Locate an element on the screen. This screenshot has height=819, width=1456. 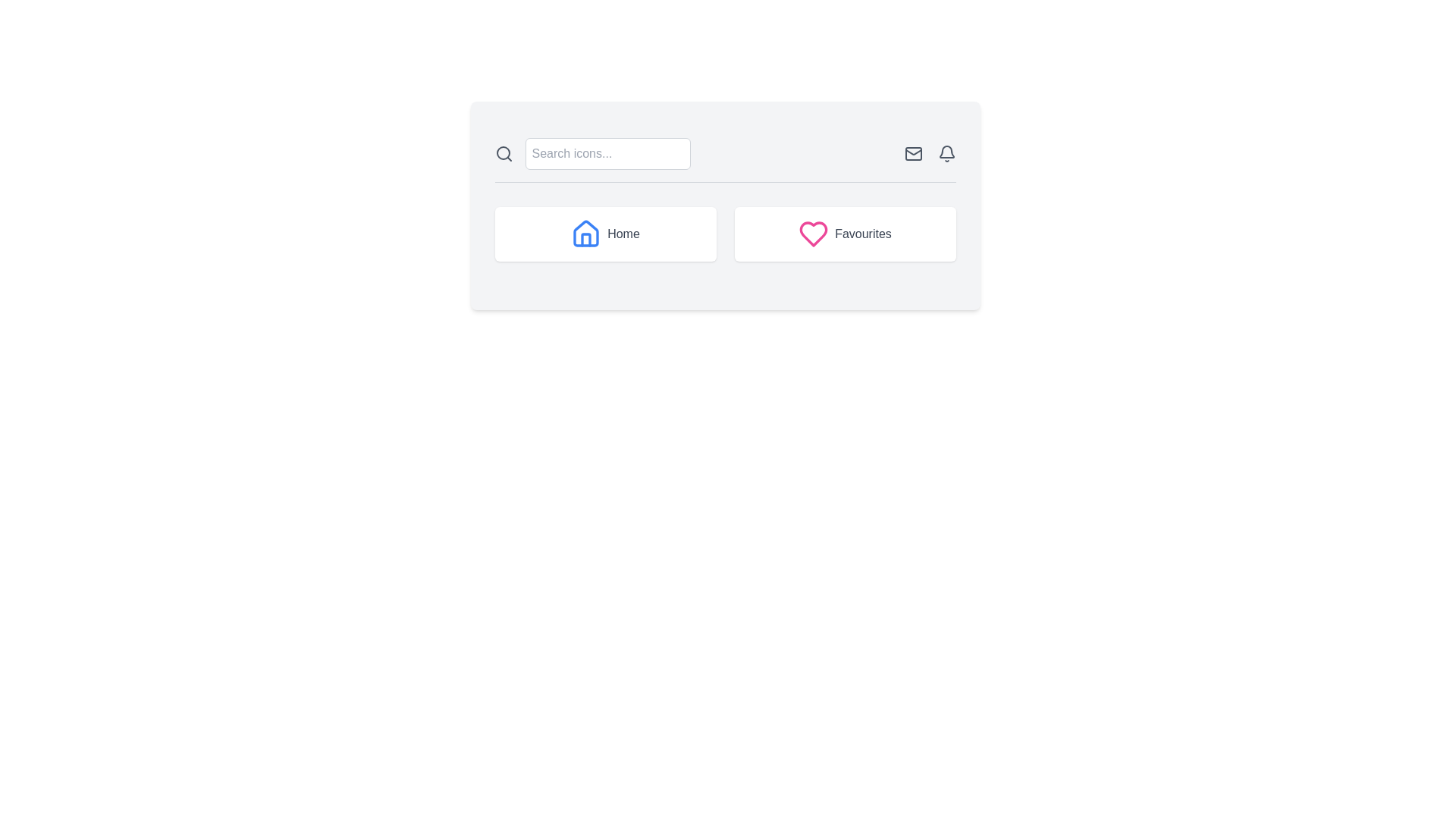
the bell icon, which is the second item from the right in the toolbar is located at coordinates (946, 154).